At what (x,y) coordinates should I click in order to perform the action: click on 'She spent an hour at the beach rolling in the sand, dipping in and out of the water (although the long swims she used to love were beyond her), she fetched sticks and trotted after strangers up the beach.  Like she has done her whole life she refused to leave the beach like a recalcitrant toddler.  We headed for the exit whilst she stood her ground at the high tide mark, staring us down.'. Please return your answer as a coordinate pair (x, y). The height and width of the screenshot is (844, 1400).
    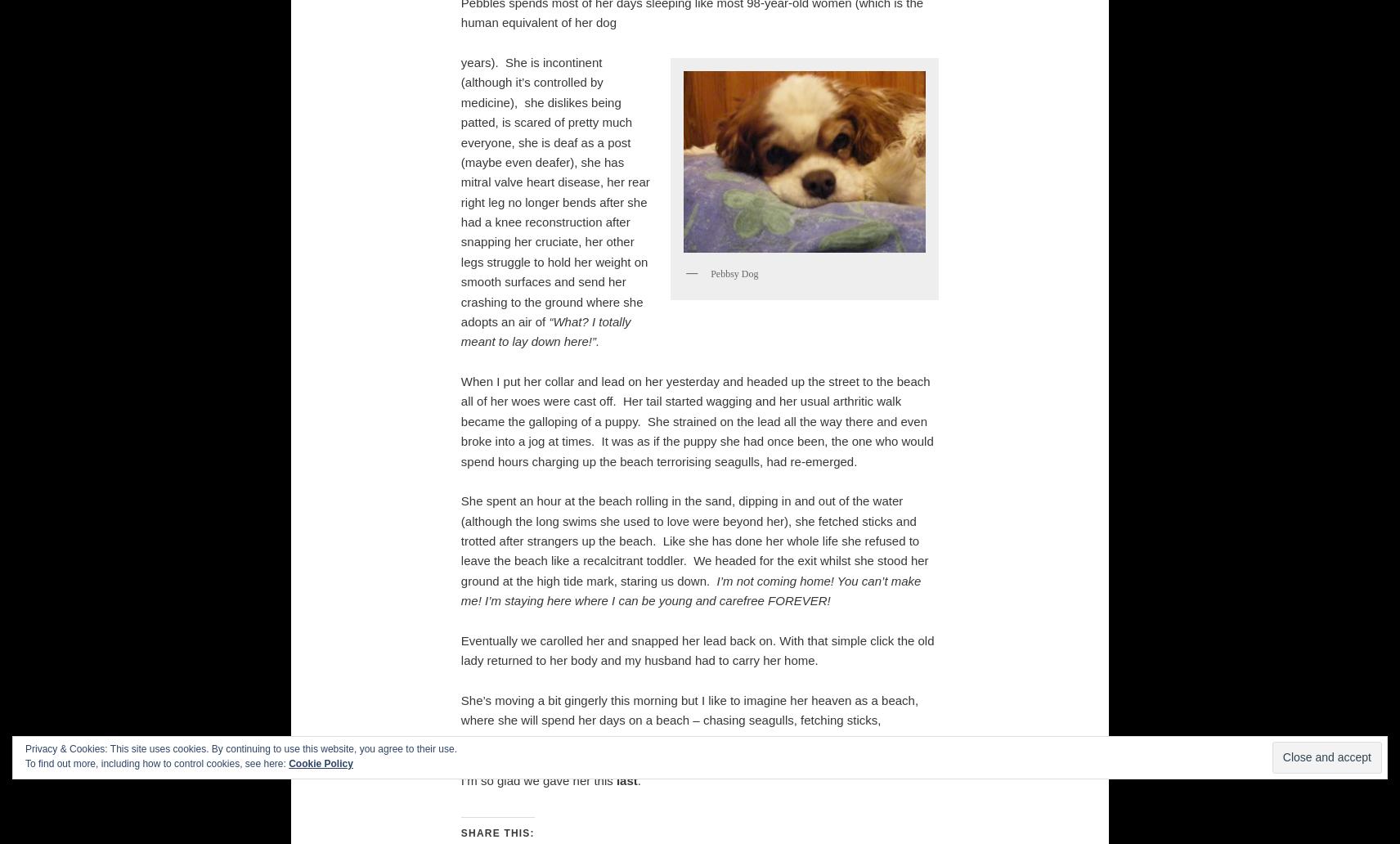
    Looking at the image, I should click on (693, 539).